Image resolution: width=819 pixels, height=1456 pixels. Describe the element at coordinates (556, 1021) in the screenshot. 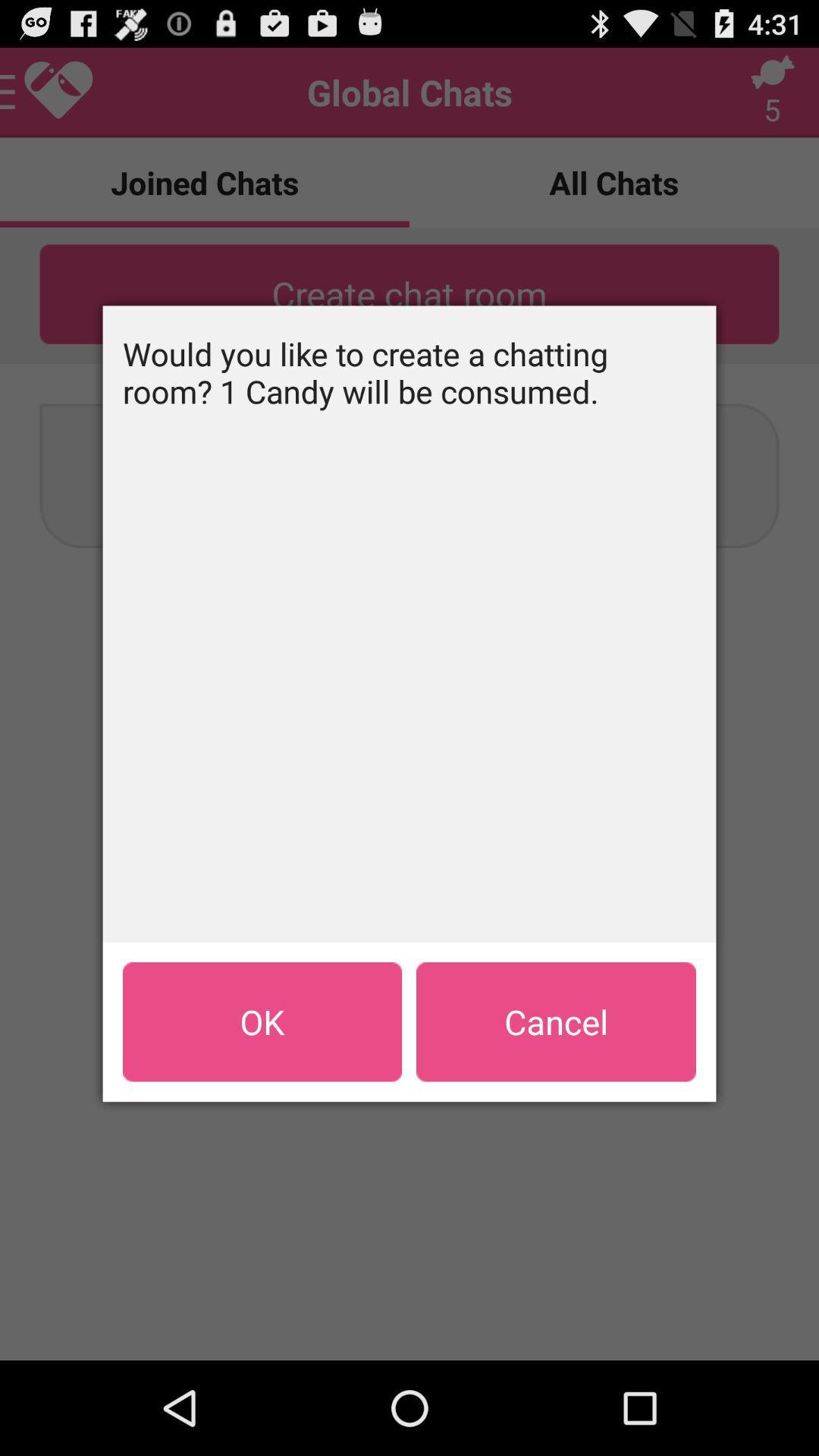

I see `the cancel` at that location.